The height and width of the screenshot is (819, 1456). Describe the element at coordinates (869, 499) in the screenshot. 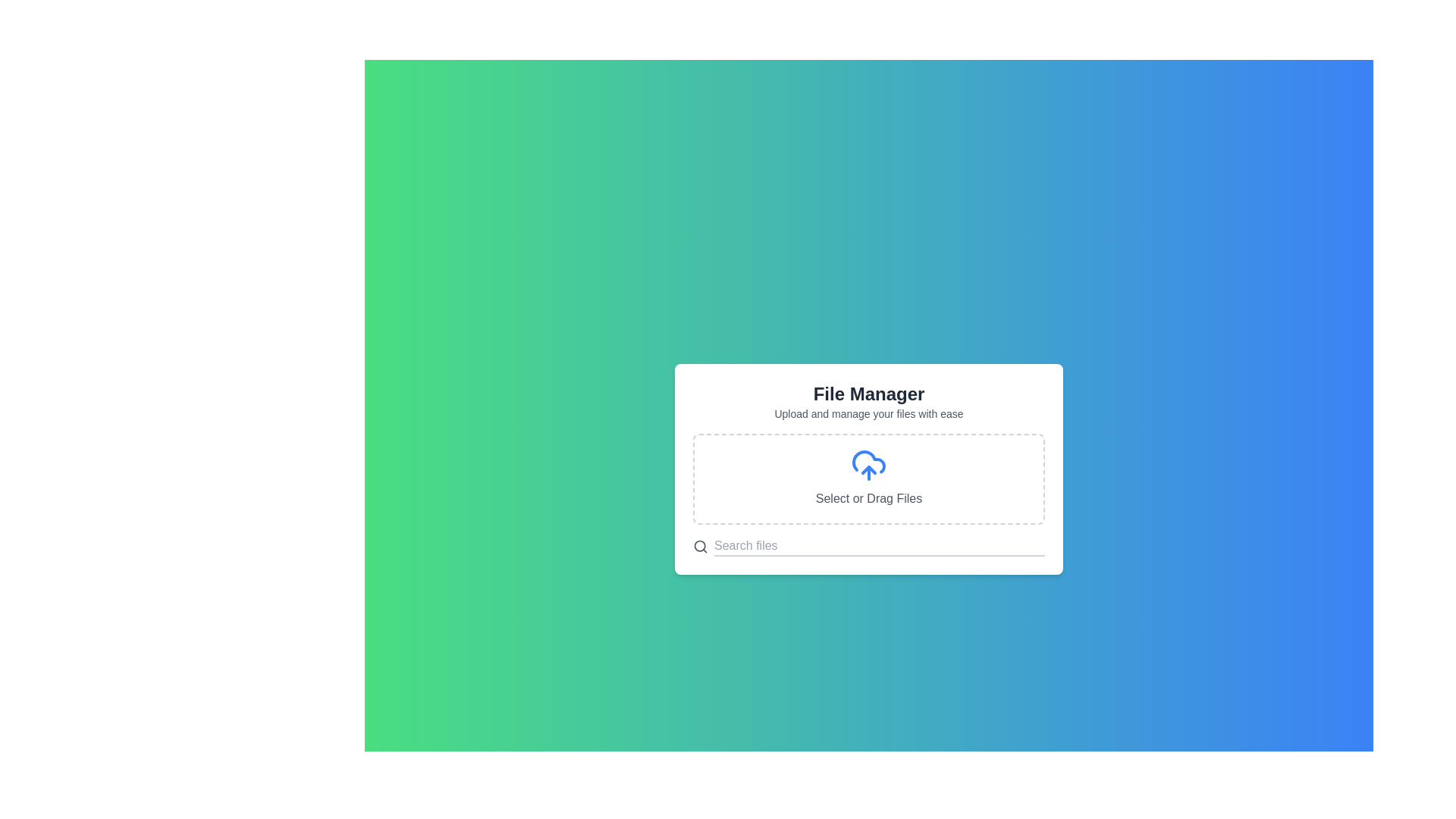

I see `the text label that indicates file upload actions, located below the cloud upload icon in the File Manager section` at that location.